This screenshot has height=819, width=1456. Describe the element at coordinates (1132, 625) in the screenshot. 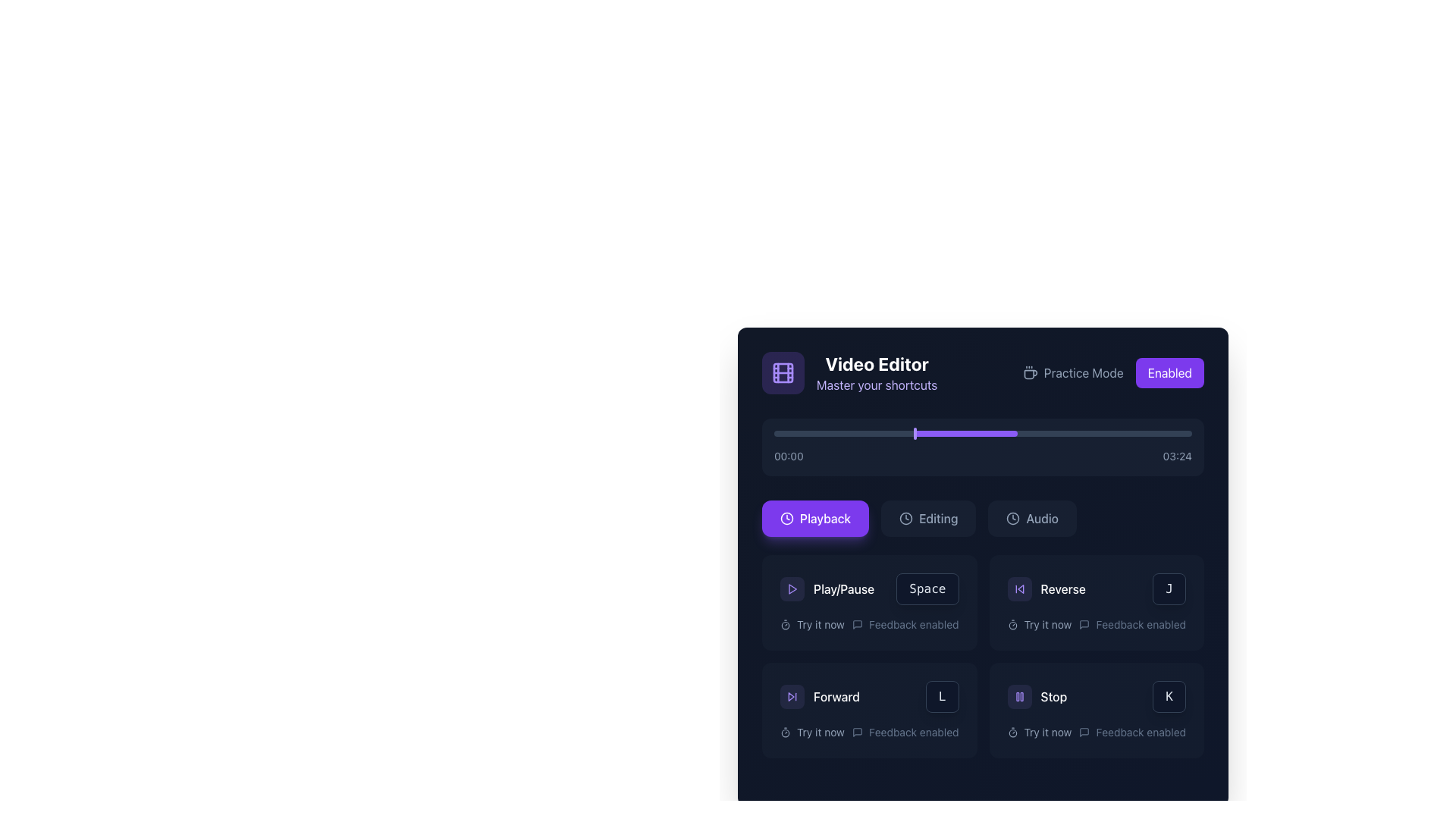

I see `the label with icon indicating that feedback functionality is enabled, positioned beneath the 'Reverse' button and adjacent to 'Try it now' and 'Feedback enabled' elements` at that location.